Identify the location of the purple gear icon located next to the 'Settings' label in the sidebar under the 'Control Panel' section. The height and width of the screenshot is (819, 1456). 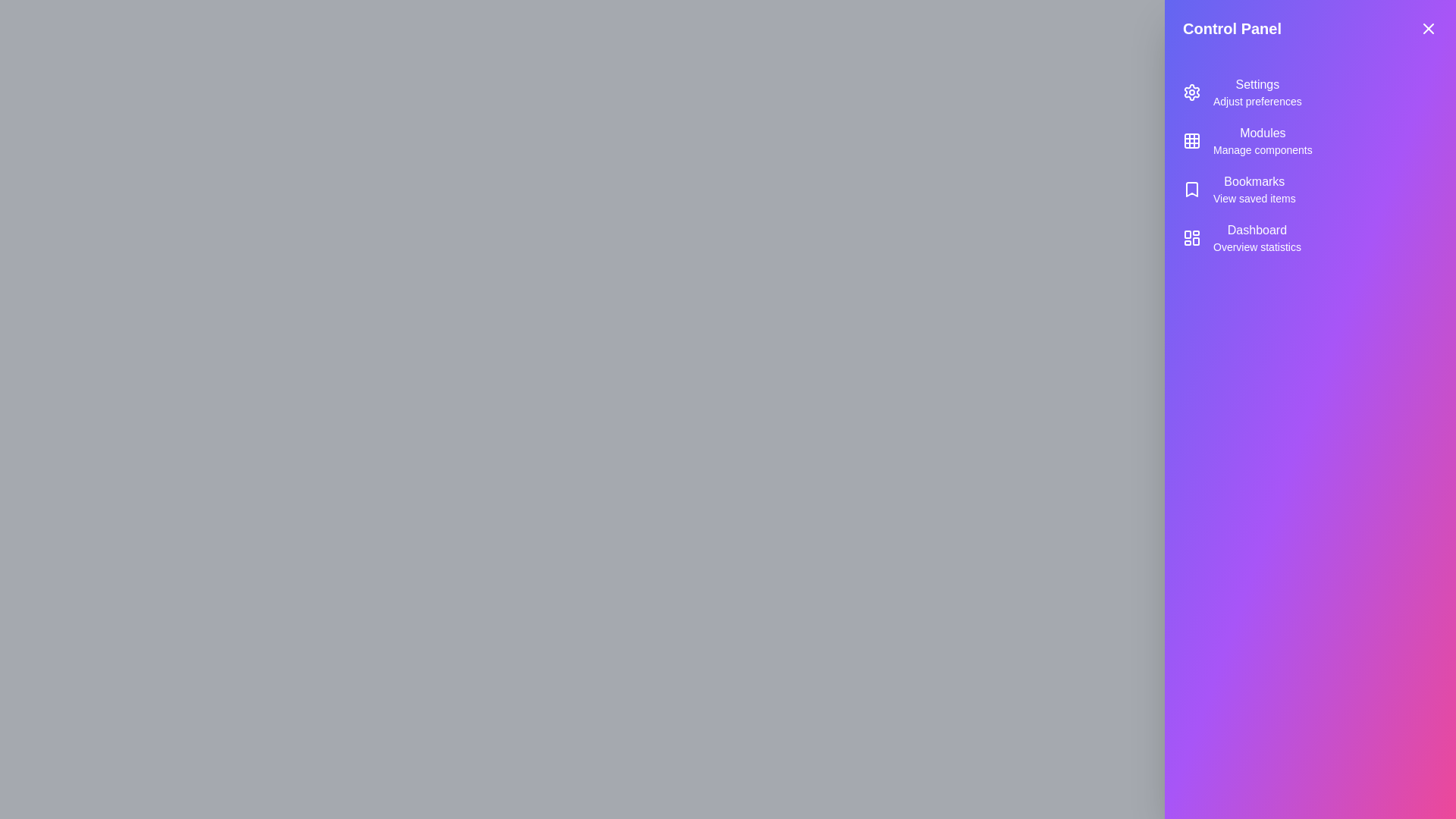
(1191, 93).